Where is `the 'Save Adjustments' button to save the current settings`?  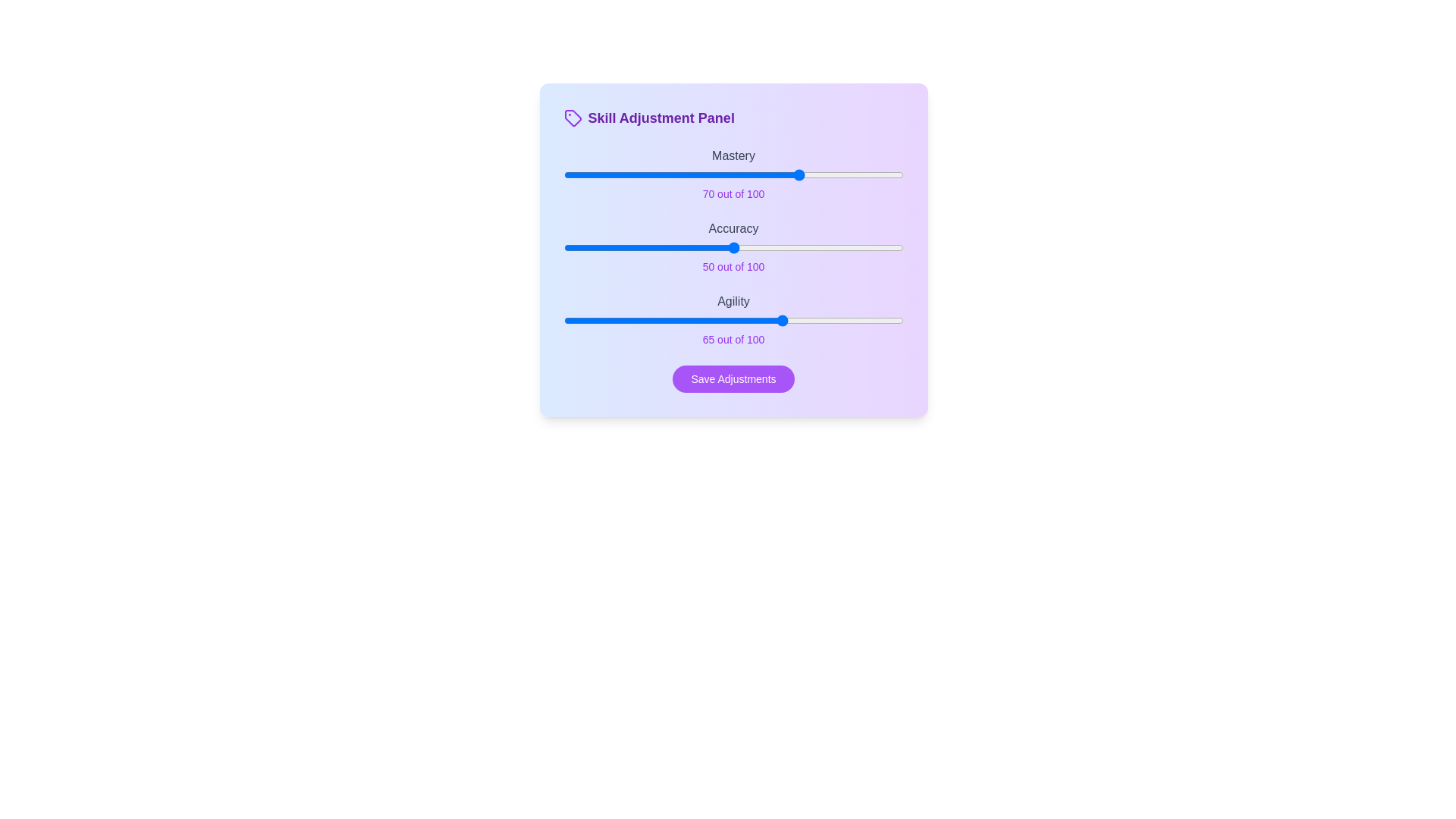
the 'Save Adjustments' button to save the current settings is located at coordinates (733, 378).